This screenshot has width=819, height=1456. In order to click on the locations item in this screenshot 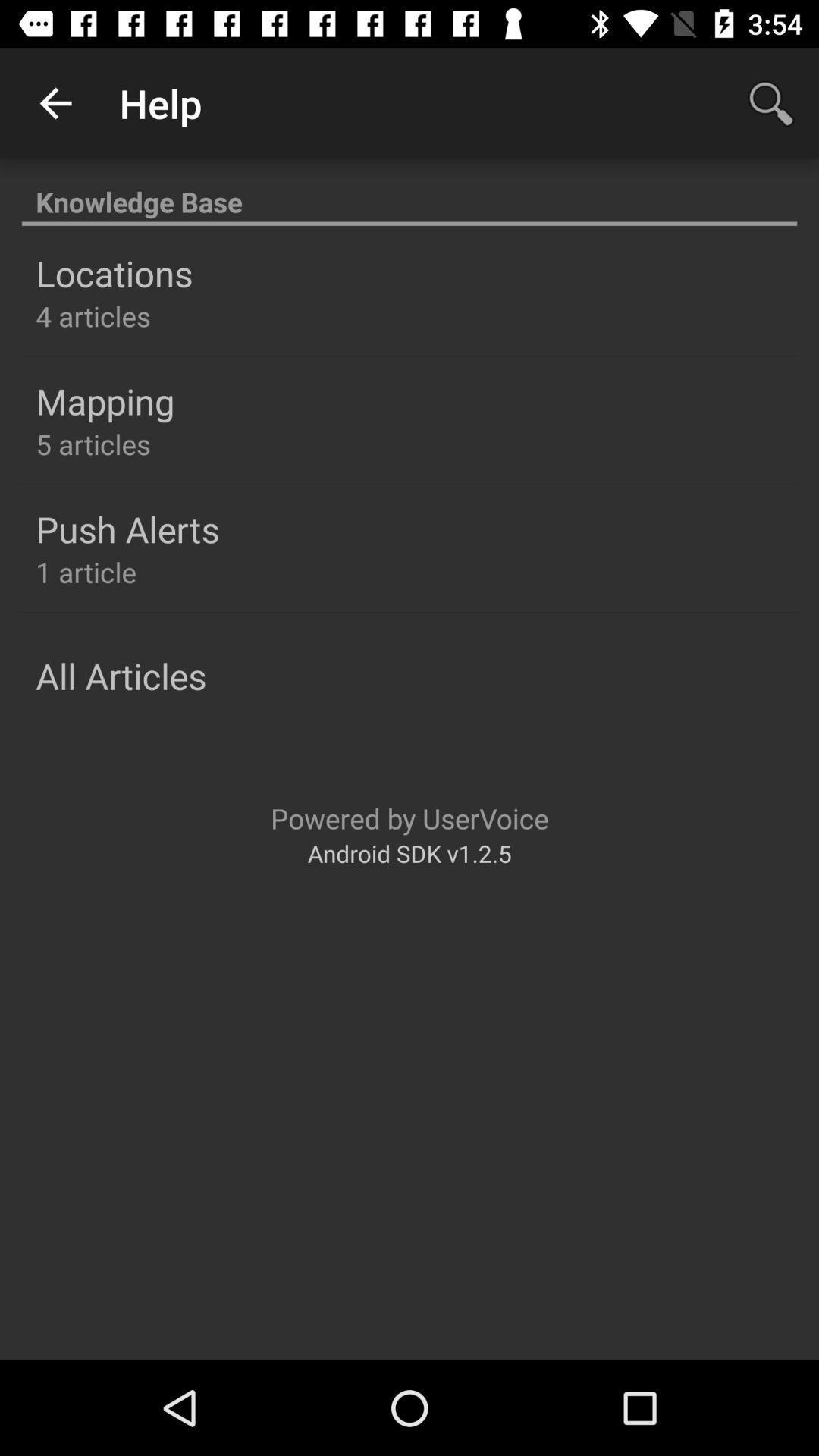, I will do `click(113, 273)`.